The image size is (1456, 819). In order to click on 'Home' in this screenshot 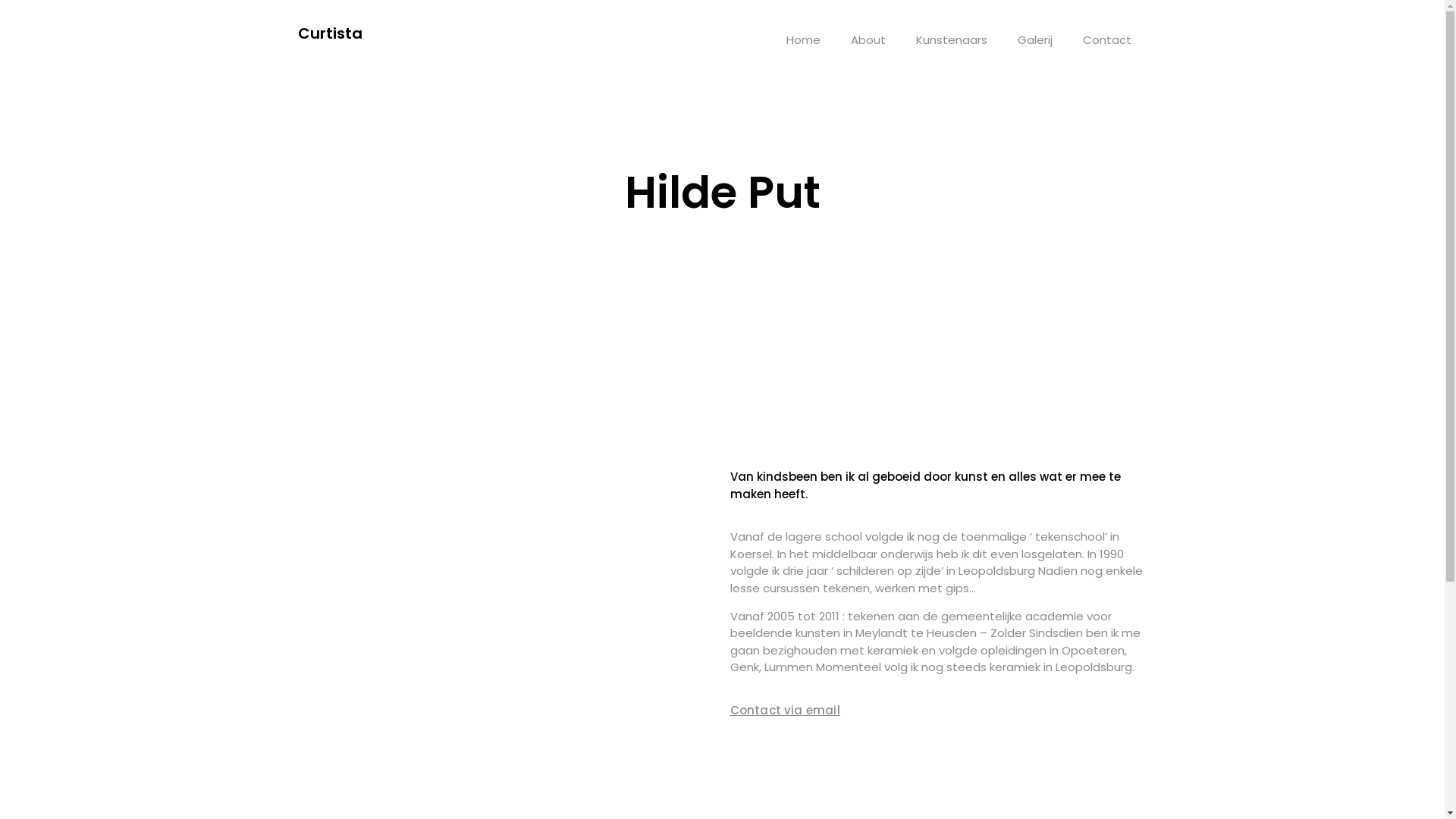, I will do `click(771, 39)`.